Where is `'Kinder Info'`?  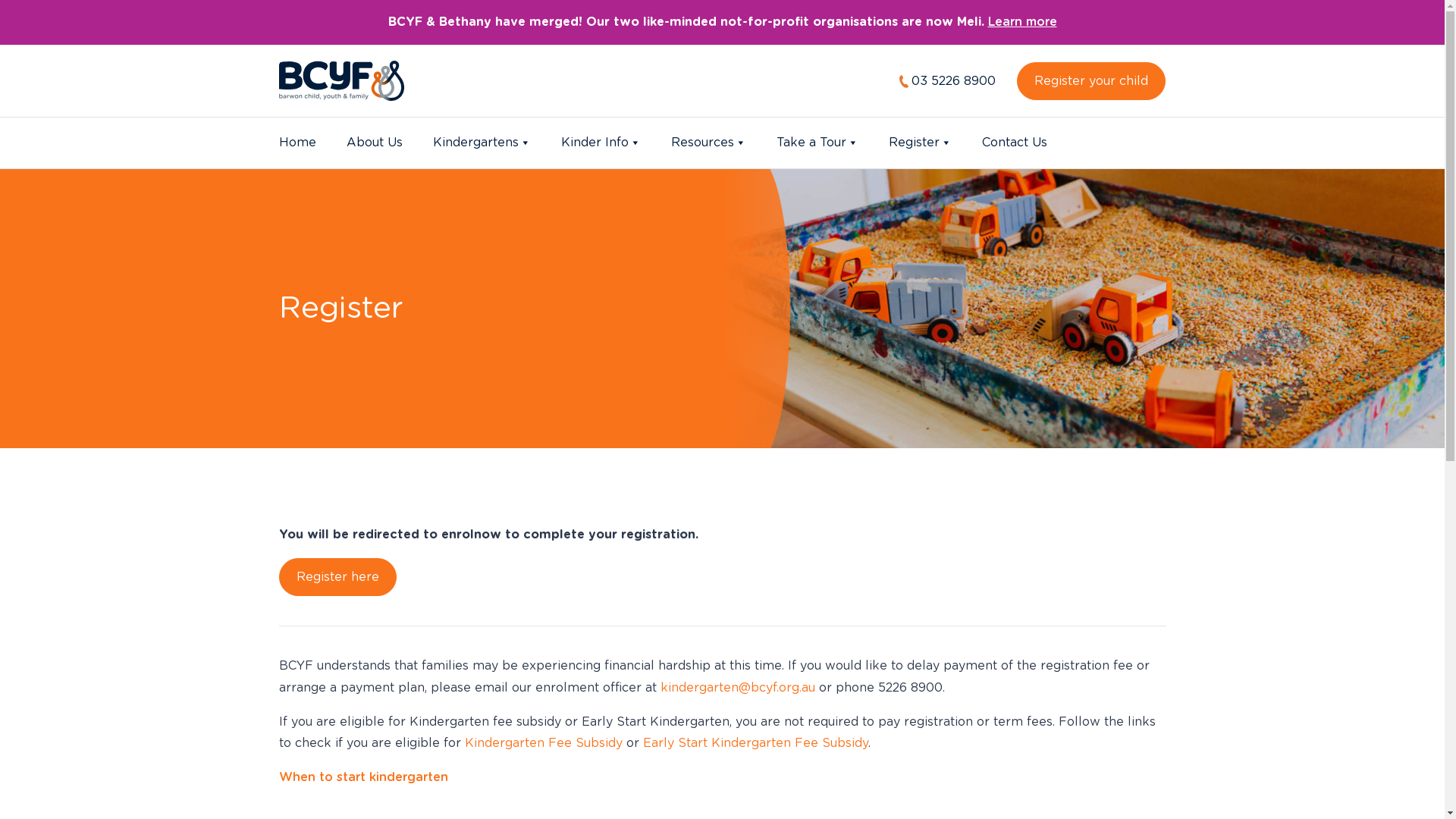 'Kinder Info' is located at coordinates (600, 143).